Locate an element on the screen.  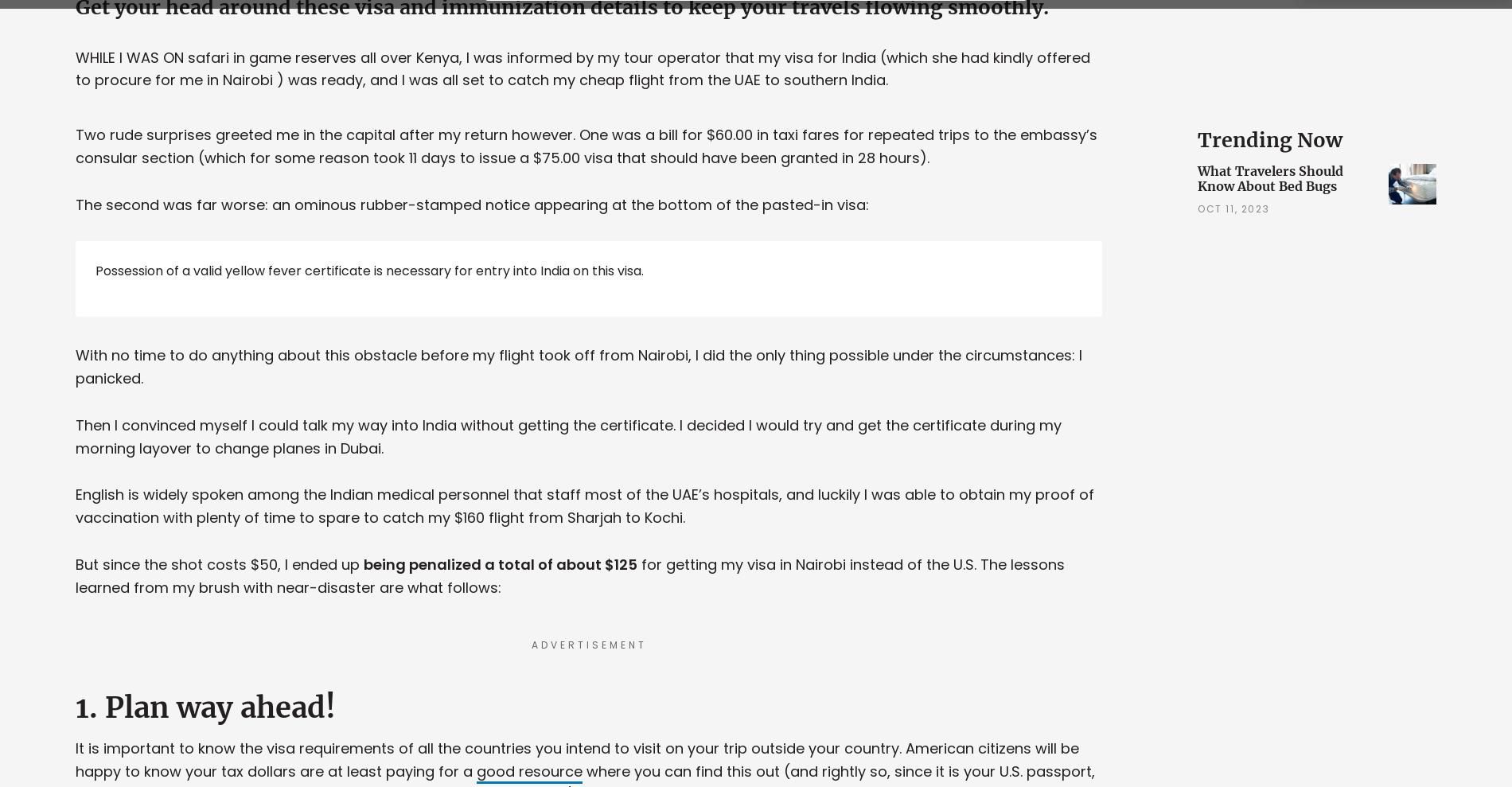
'for getting my visa in Nairobi instead of the U.S. The lessons learned from my brush with near-disaster are what follows:' is located at coordinates (569, 575).